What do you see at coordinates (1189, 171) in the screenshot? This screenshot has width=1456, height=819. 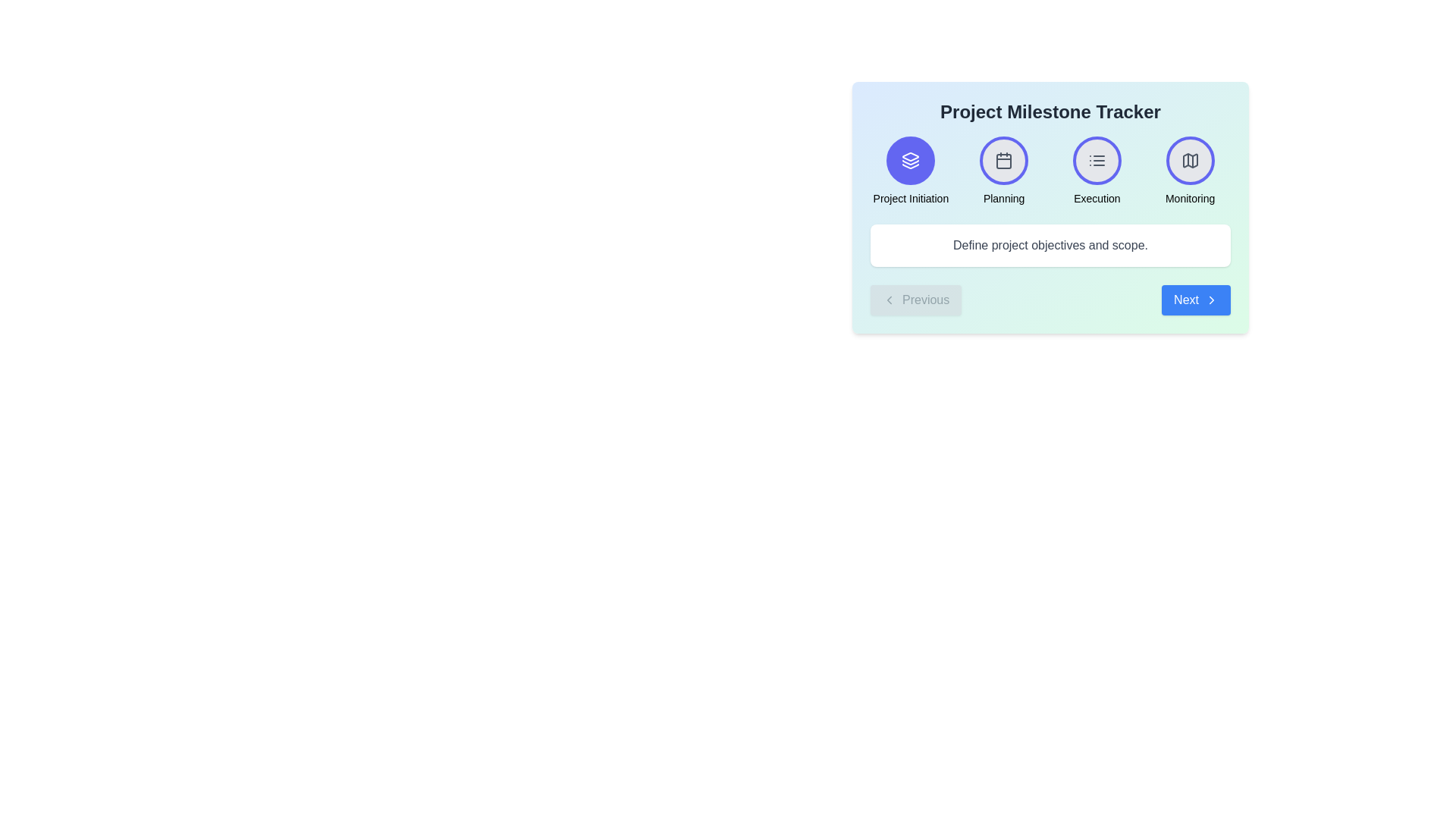 I see `the 'Monitoring' phase clickable card in the project milestone tracker` at bounding box center [1189, 171].